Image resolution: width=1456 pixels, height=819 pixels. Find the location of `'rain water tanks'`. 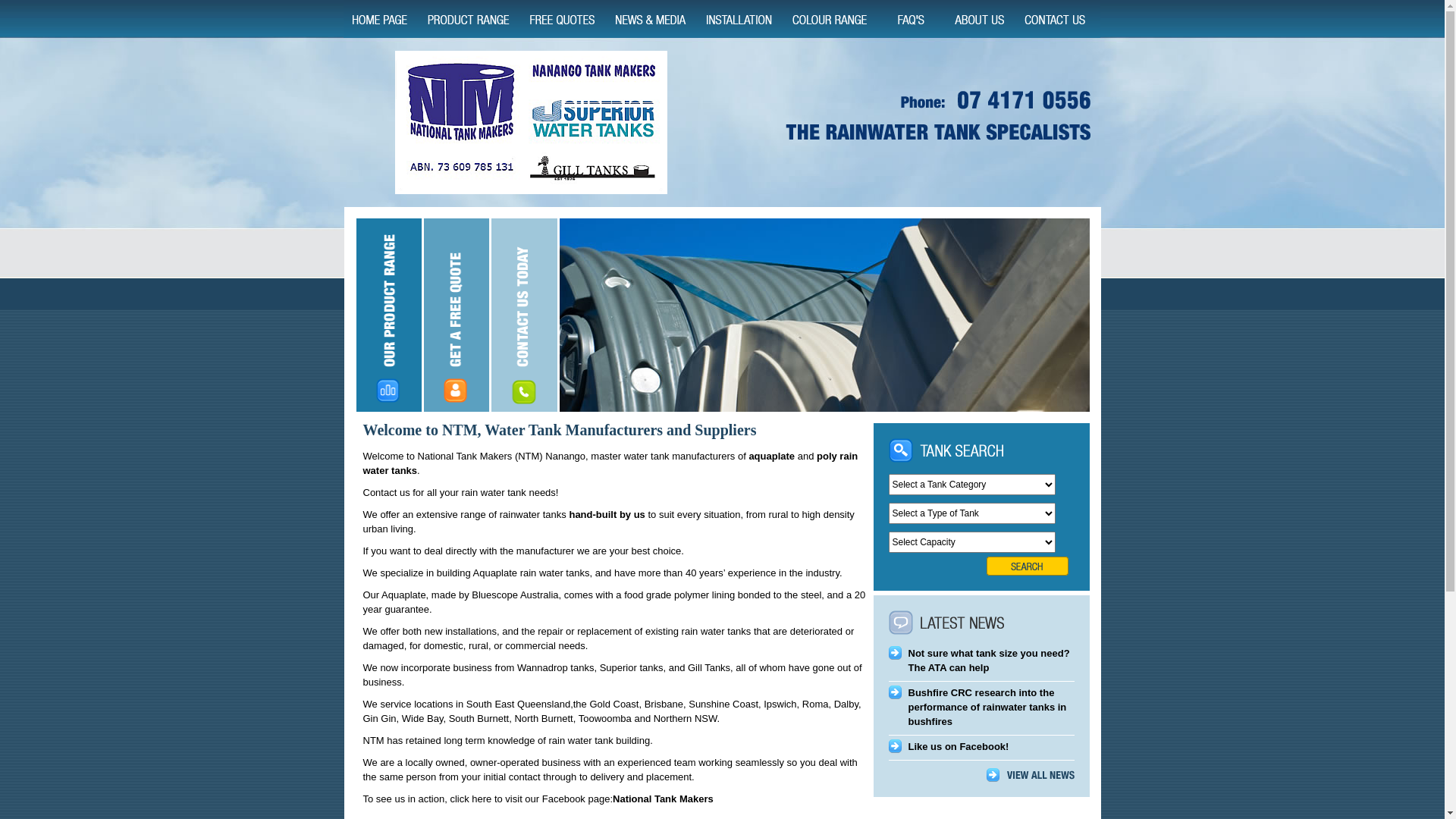

'rain water tanks' is located at coordinates (610, 462).